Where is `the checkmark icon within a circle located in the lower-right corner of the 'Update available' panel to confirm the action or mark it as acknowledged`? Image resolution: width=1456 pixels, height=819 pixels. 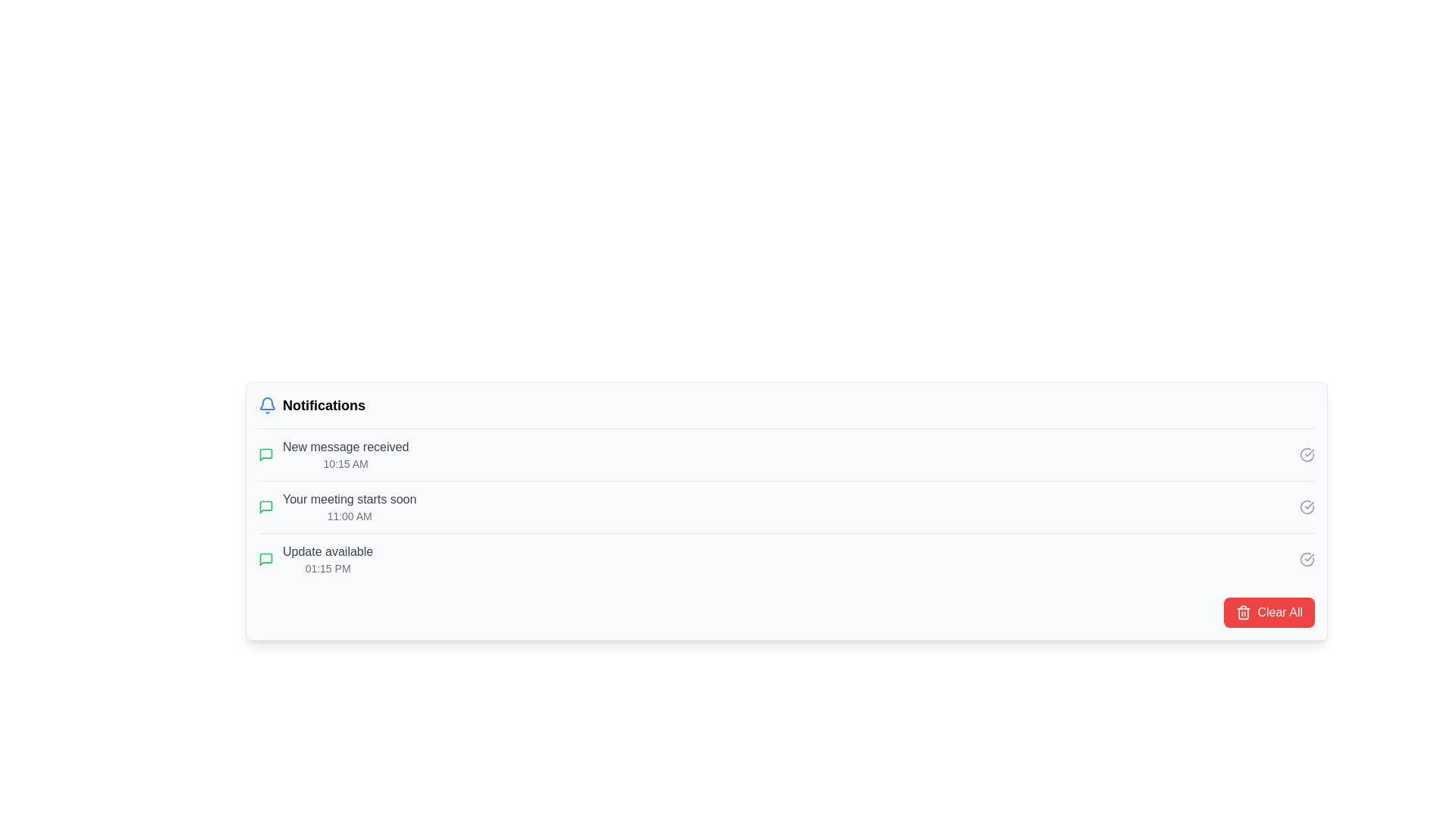
the checkmark icon within a circle located in the lower-right corner of the 'Update available' panel to confirm the action or mark it as acknowledged is located at coordinates (1306, 559).